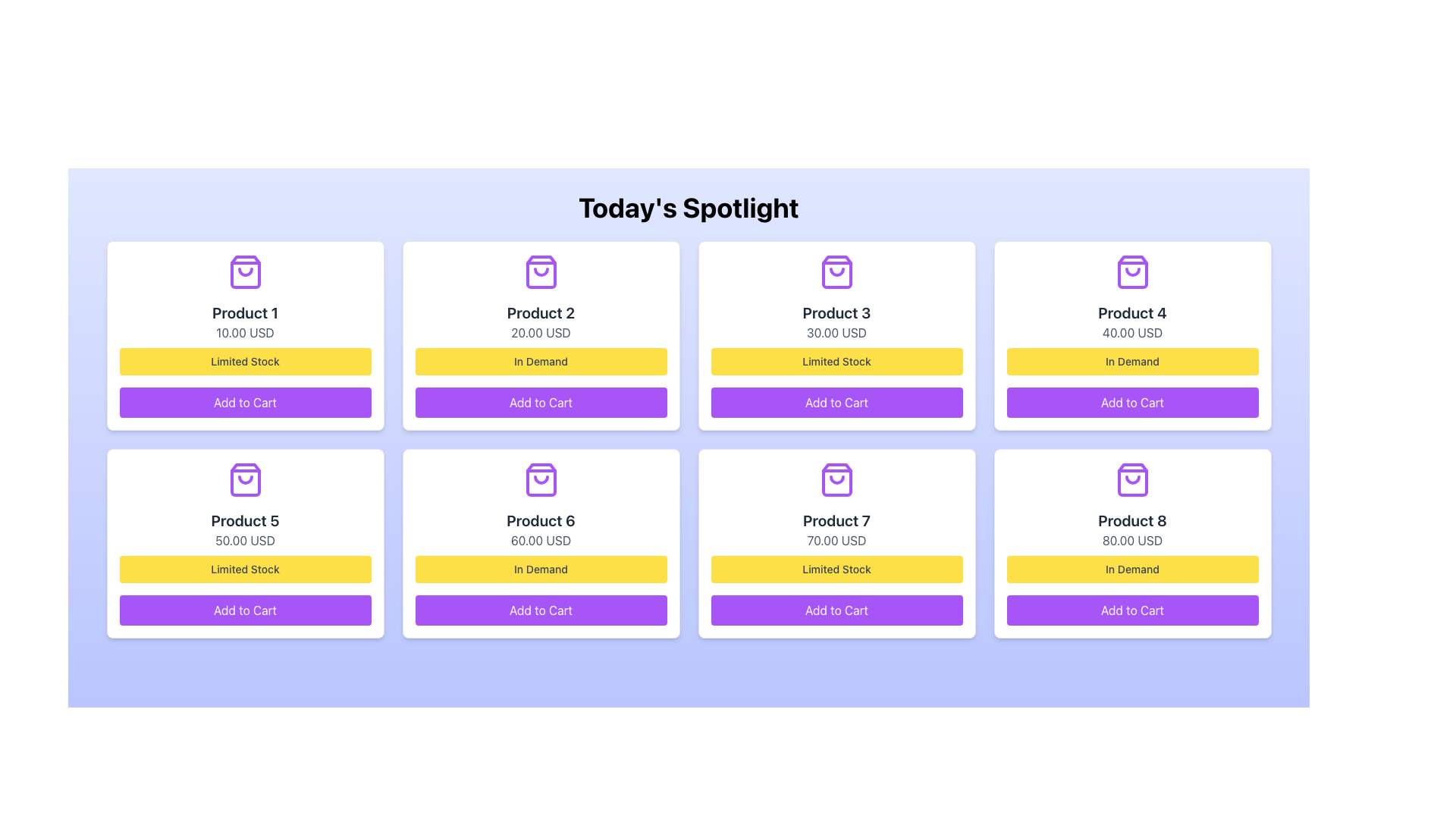 The height and width of the screenshot is (819, 1456). What do you see at coordinates (541, 362) in the screenshot?
I see `the 'In Demand' text label, which is a rectangular badge-like element with a yellow background and rounded corners, located below '20.00 USD' and above the 'Add to Cart' button` at bounding box center [541, 362].